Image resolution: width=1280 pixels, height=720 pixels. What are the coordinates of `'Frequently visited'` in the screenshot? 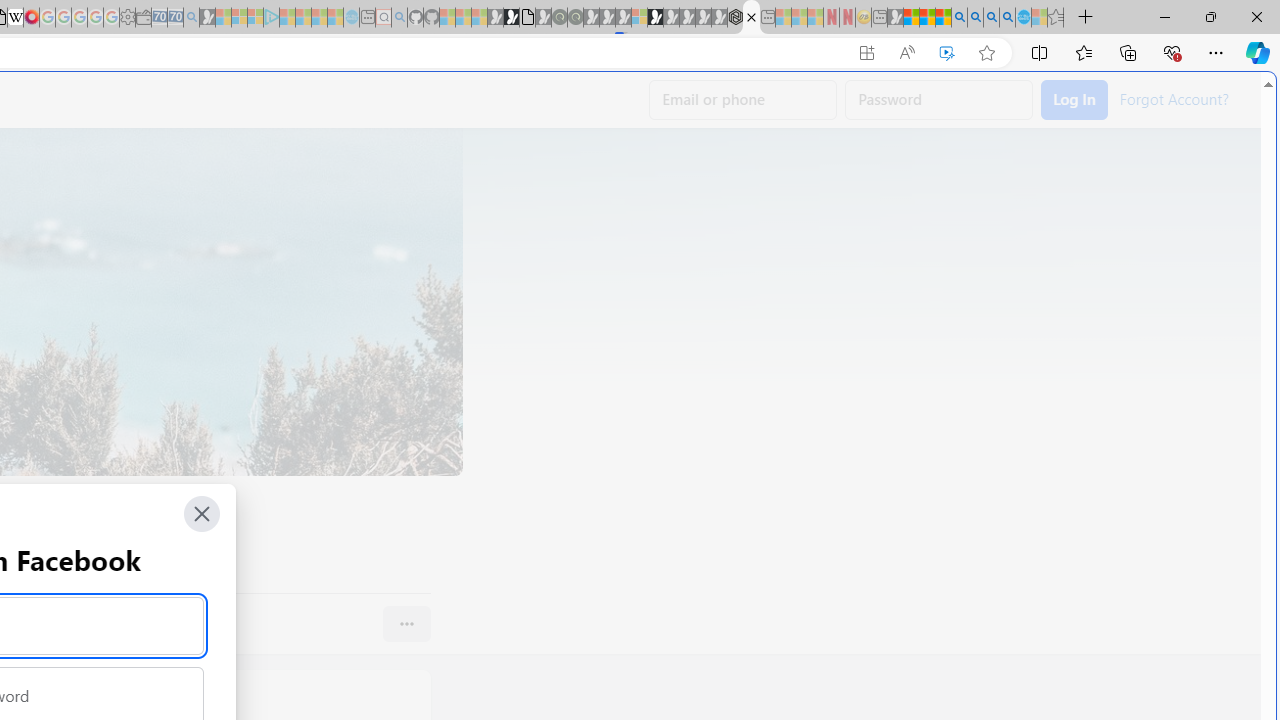 It's located at (417, 265).